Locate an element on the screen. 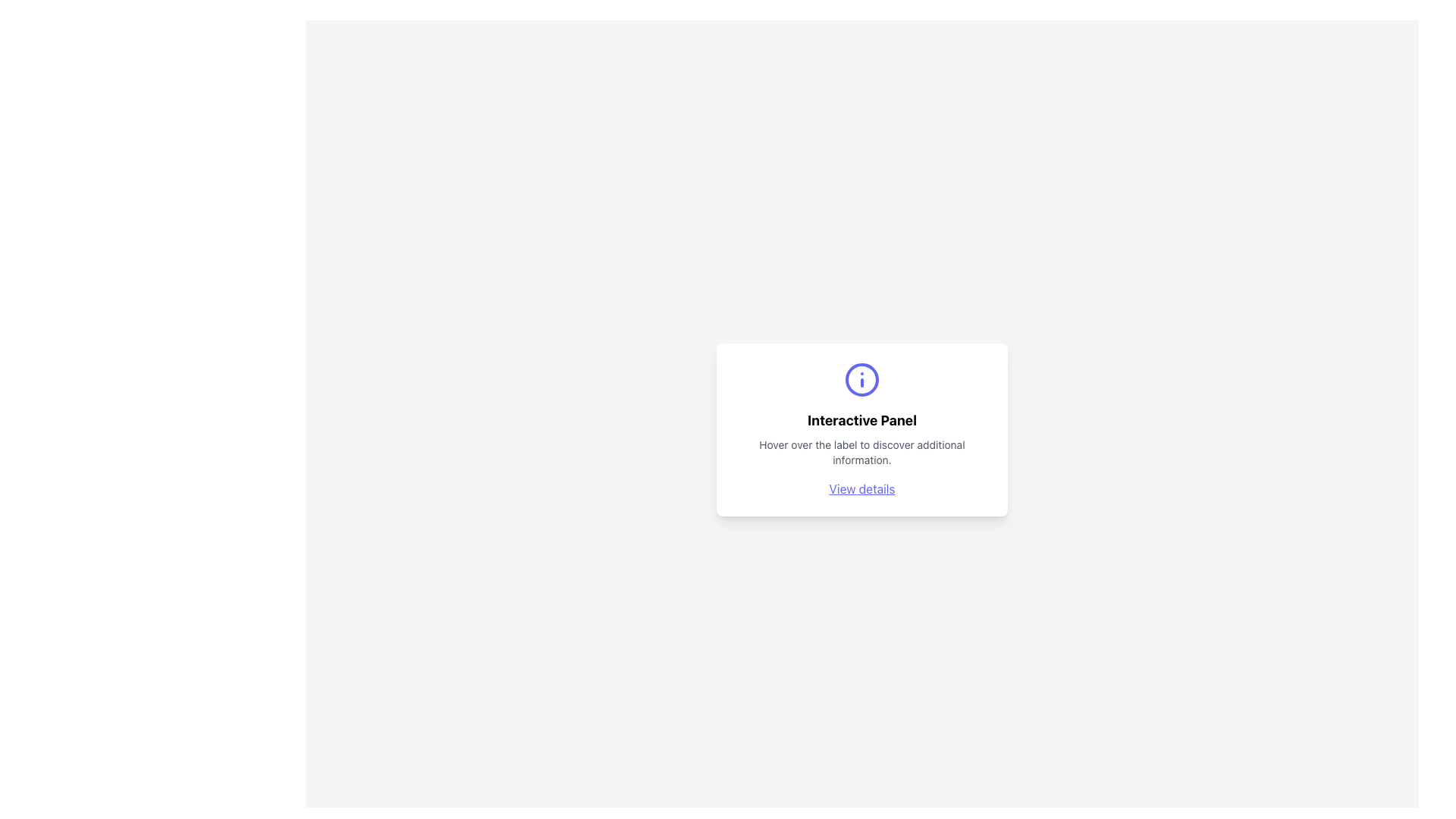 The width and height of the screenshot is (1456, 819). the static text that reads 'Hover over the label to discover additional information.' located below the 'Interactive Panel' title is located at coordinates (862, 452).